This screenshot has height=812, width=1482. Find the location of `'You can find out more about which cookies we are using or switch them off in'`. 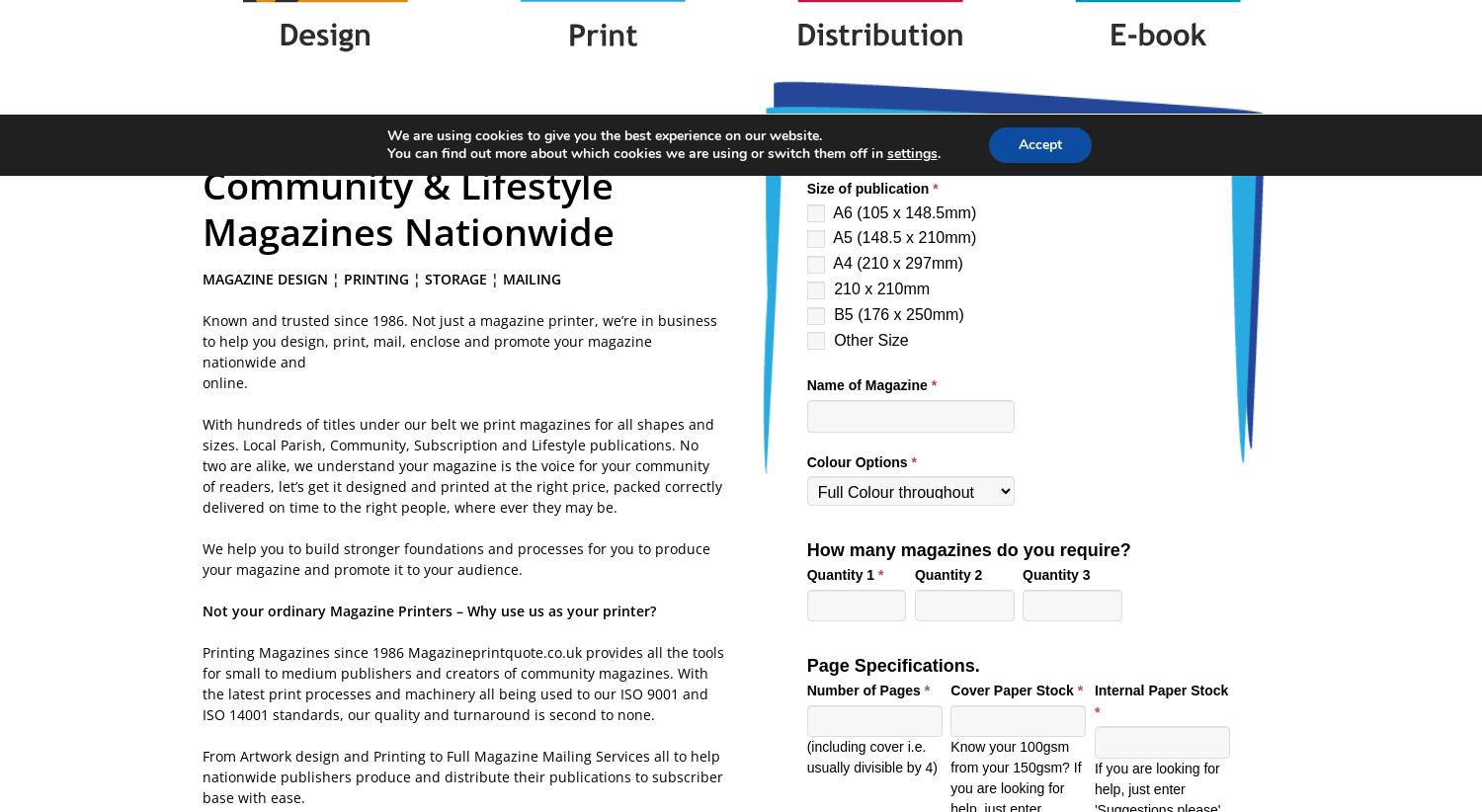

'You can find out more about which cookies we are using or switch them off in' is located at coordinates (635, 152).